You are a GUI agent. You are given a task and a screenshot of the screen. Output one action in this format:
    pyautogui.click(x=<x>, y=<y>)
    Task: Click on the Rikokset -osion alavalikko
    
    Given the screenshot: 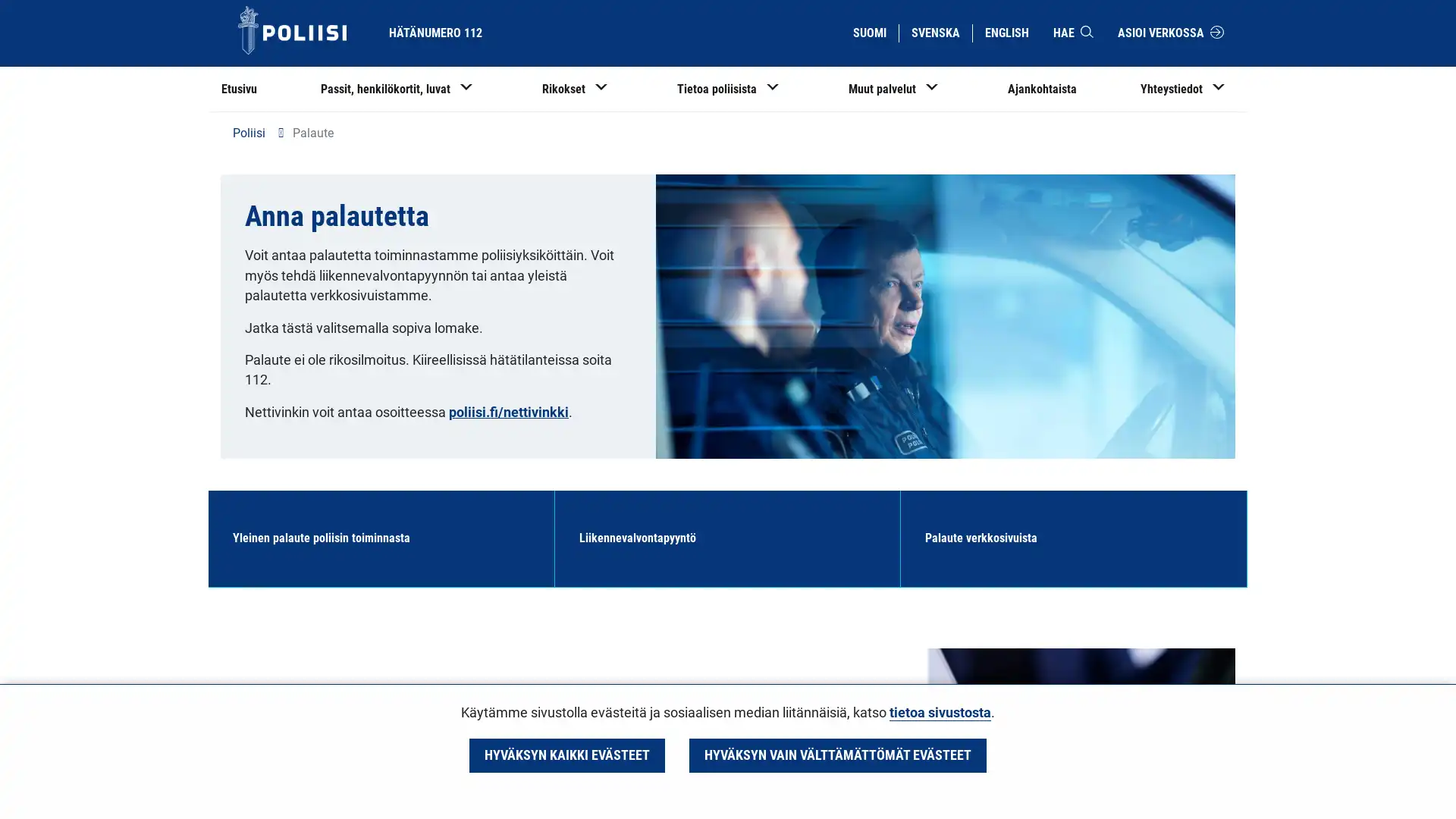 What is the action you would take?
    pyautogui.click(x=607, y=91)
    